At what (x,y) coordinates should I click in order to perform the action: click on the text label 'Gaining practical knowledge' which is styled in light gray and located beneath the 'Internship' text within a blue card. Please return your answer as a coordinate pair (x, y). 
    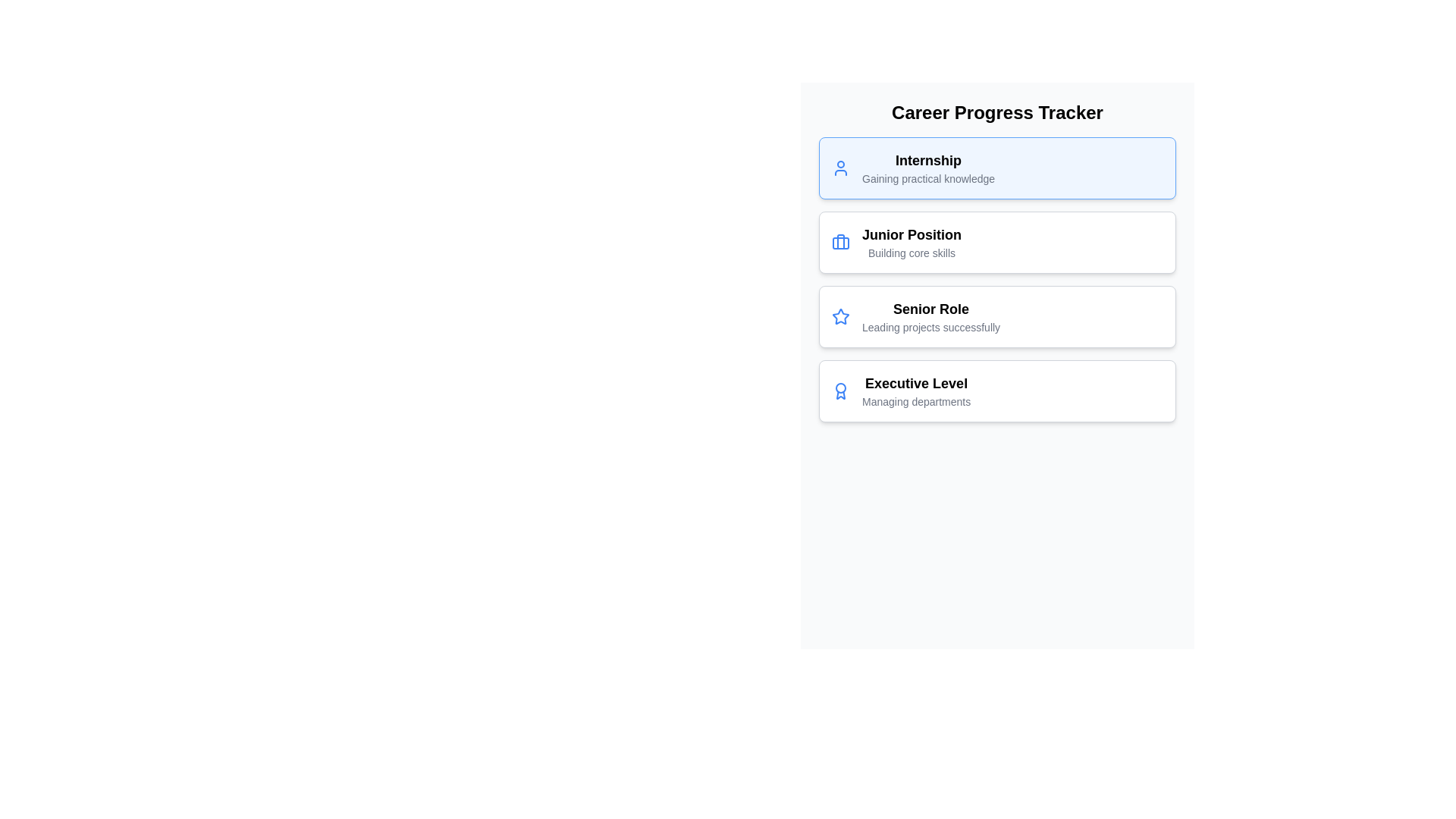
    Looking at the image, I should click on (927, 177).